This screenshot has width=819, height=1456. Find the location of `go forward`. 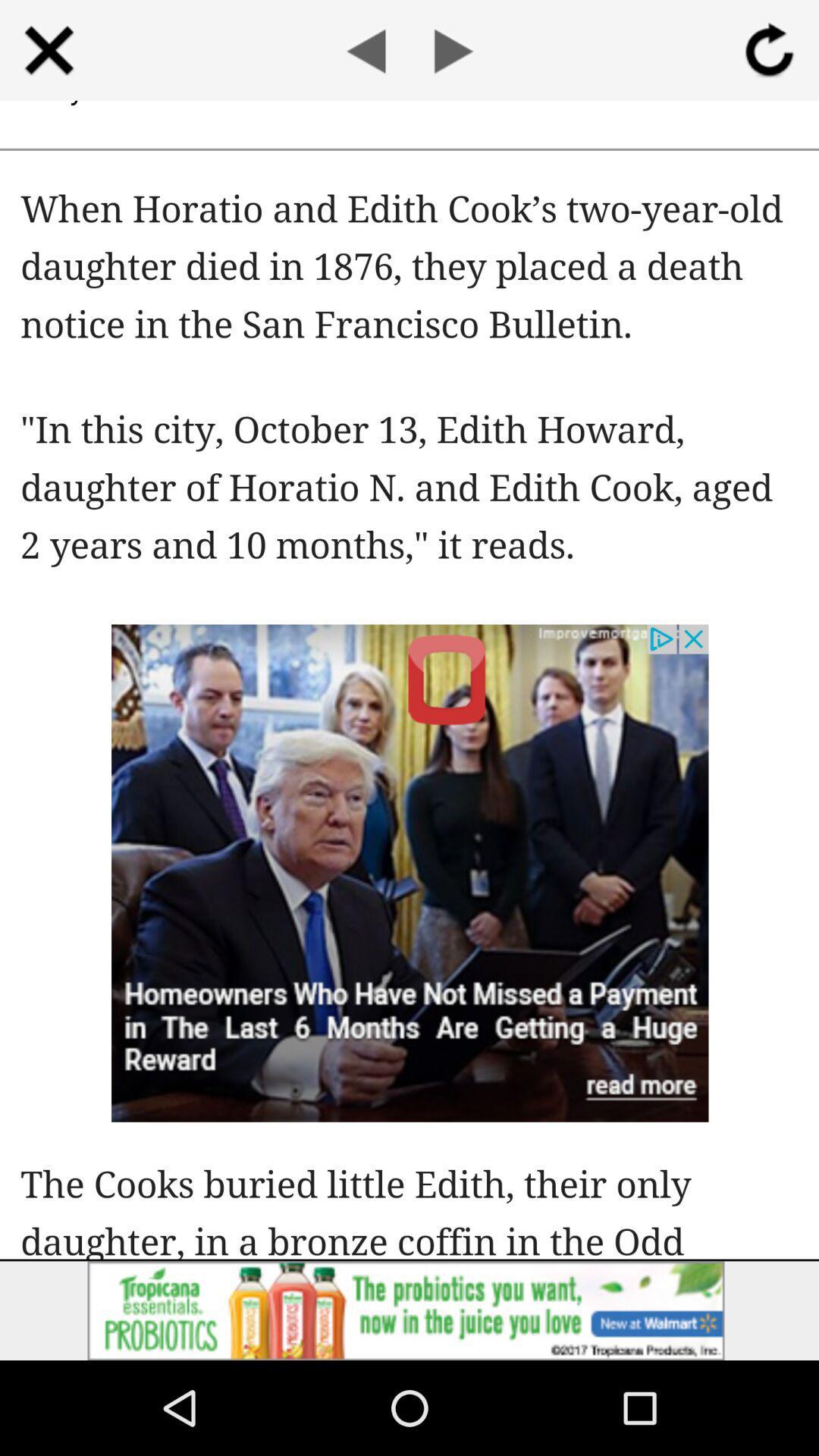

go forward is located at coordinates (452, 50).